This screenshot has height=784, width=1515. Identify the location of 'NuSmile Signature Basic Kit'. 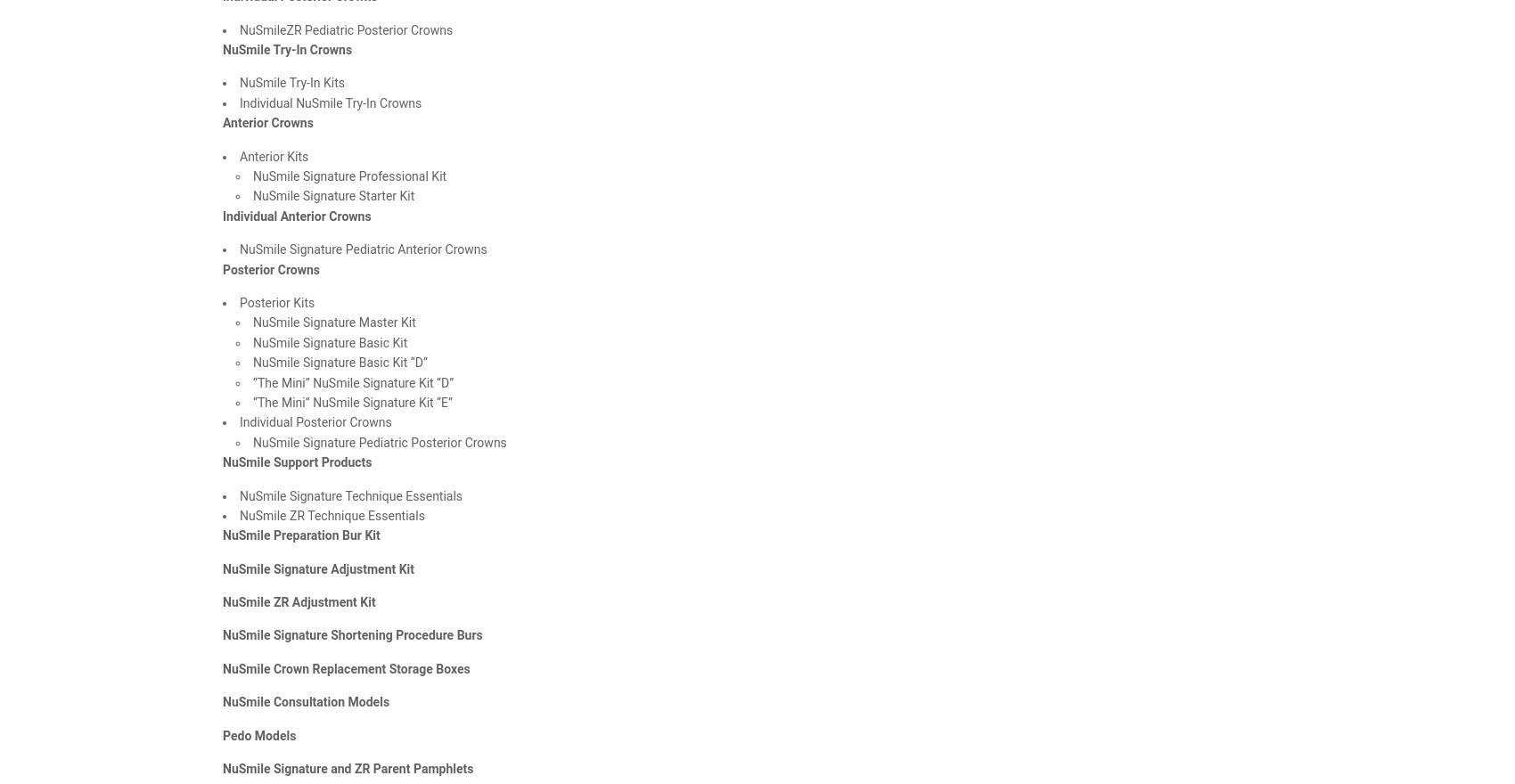
(329, 341).